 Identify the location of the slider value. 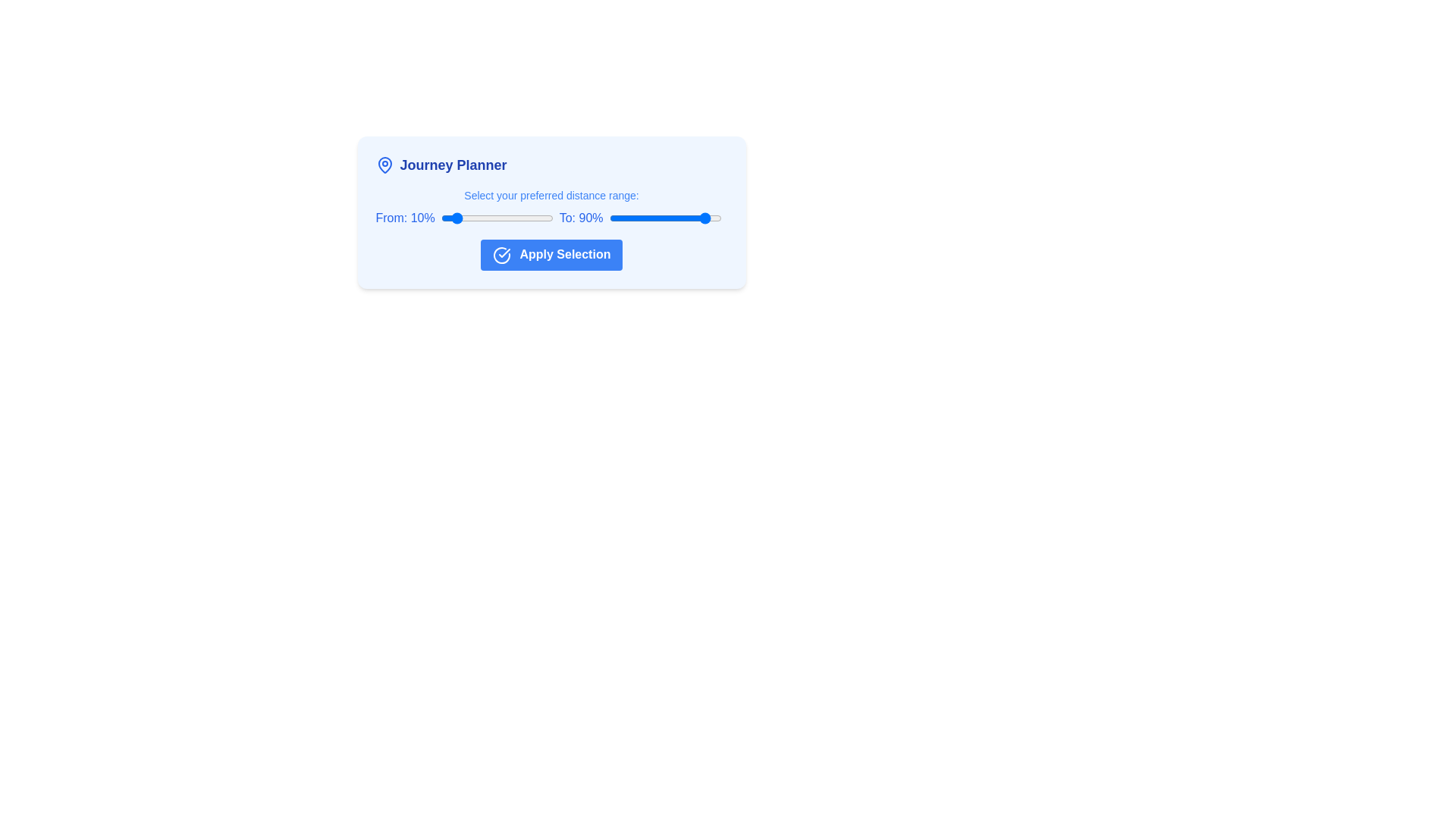
(656, 218).